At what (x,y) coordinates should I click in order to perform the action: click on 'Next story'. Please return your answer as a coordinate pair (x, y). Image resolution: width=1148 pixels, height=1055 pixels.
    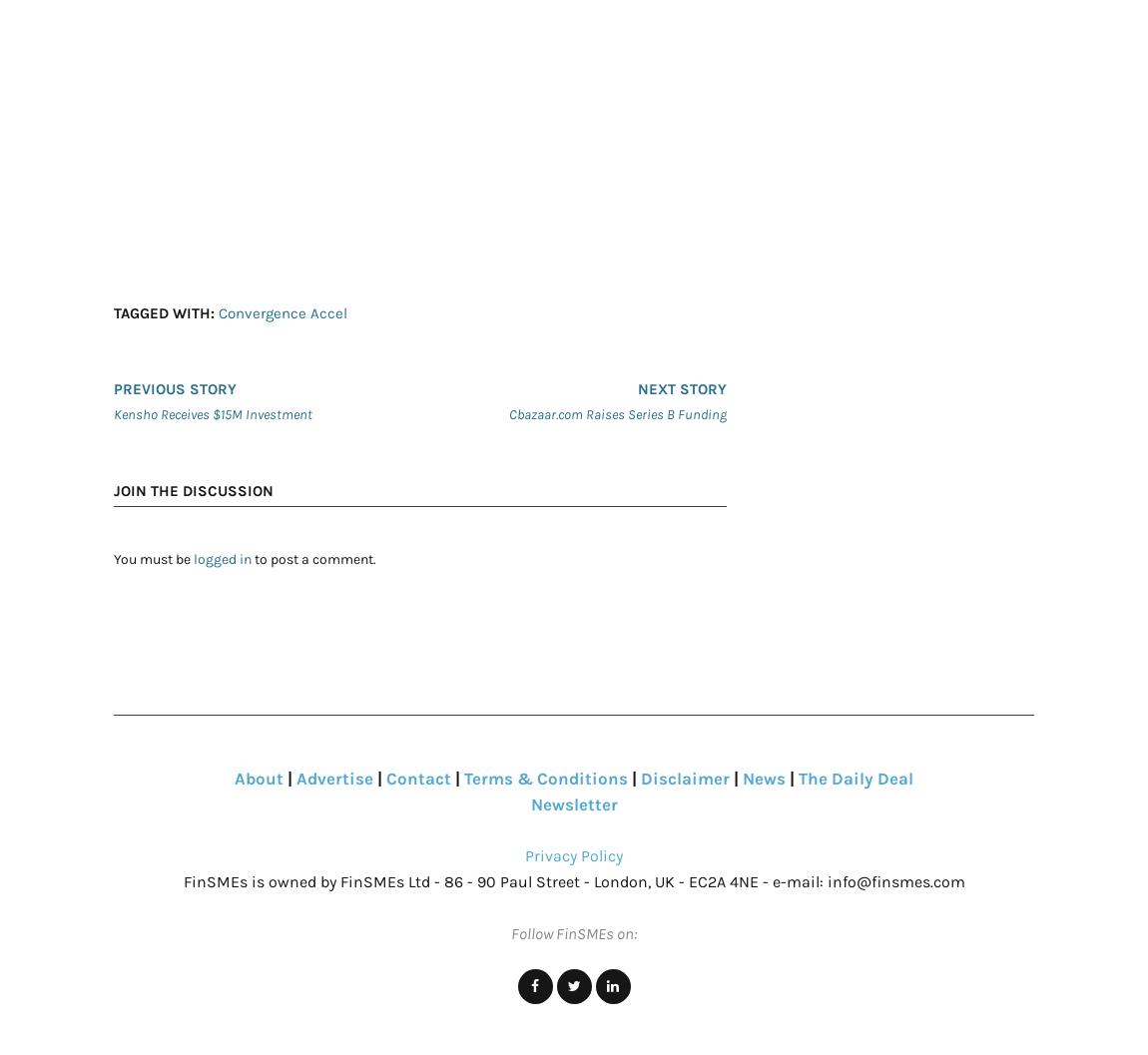
    Looking at the image, I should click on (681, 388).